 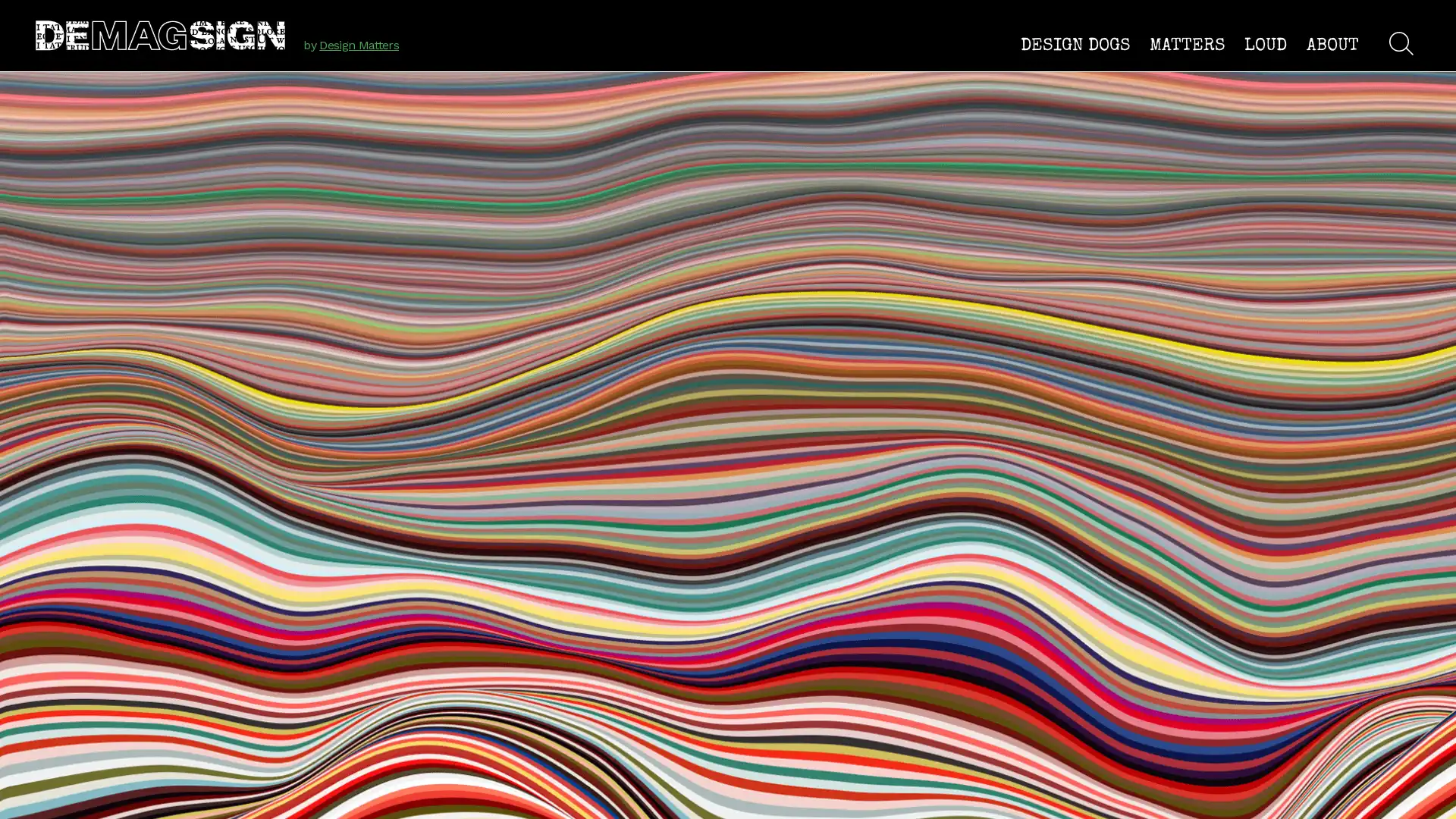 What do you see at coordinates (1400, 42) in the screenshot?
I see `Search` at bounding box center [1400, 42].